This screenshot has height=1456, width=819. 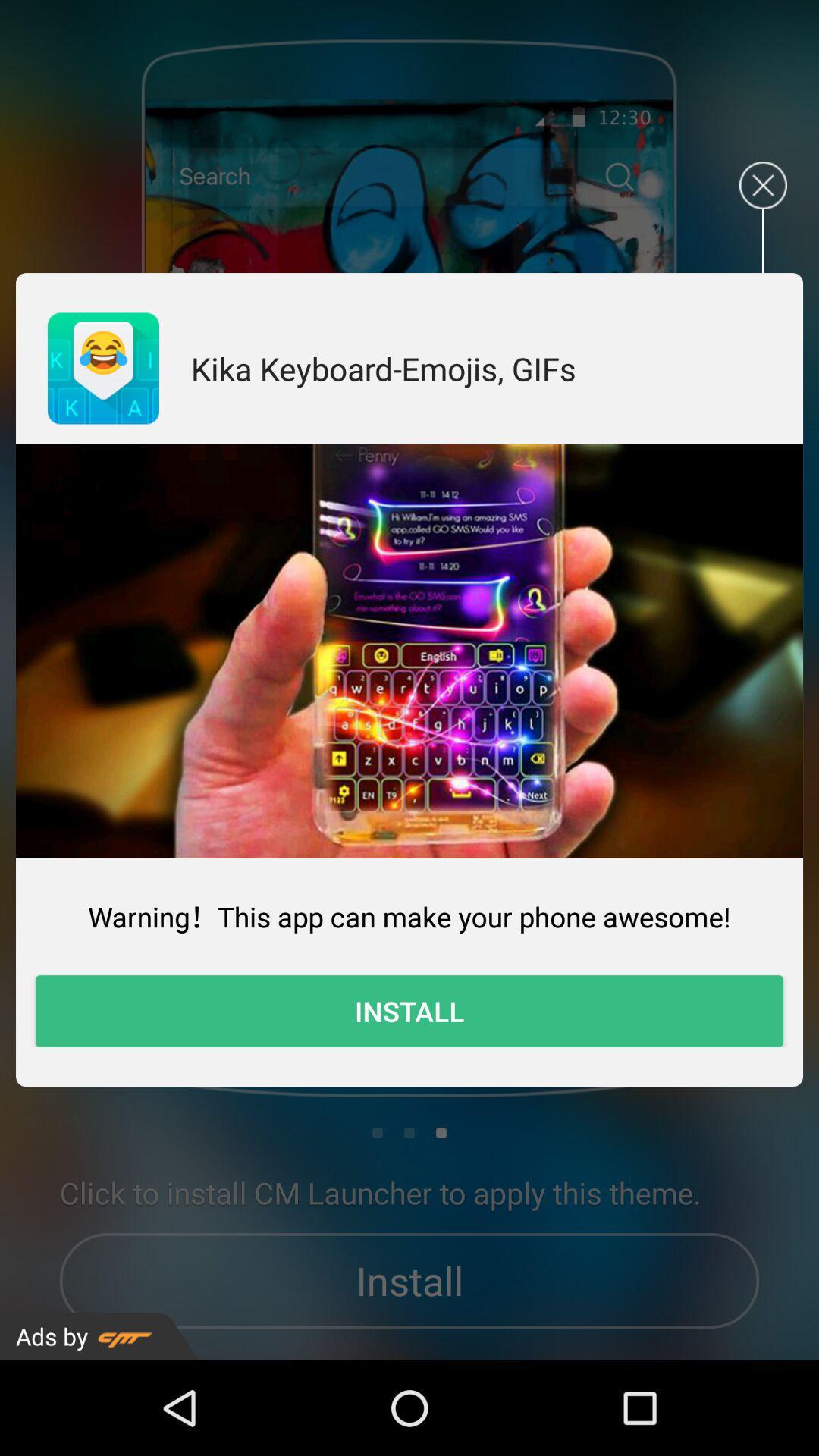 What do you see at coordinates (409, 1011) in the screenshot?
I see `install` at bounding box center [409, 1011].